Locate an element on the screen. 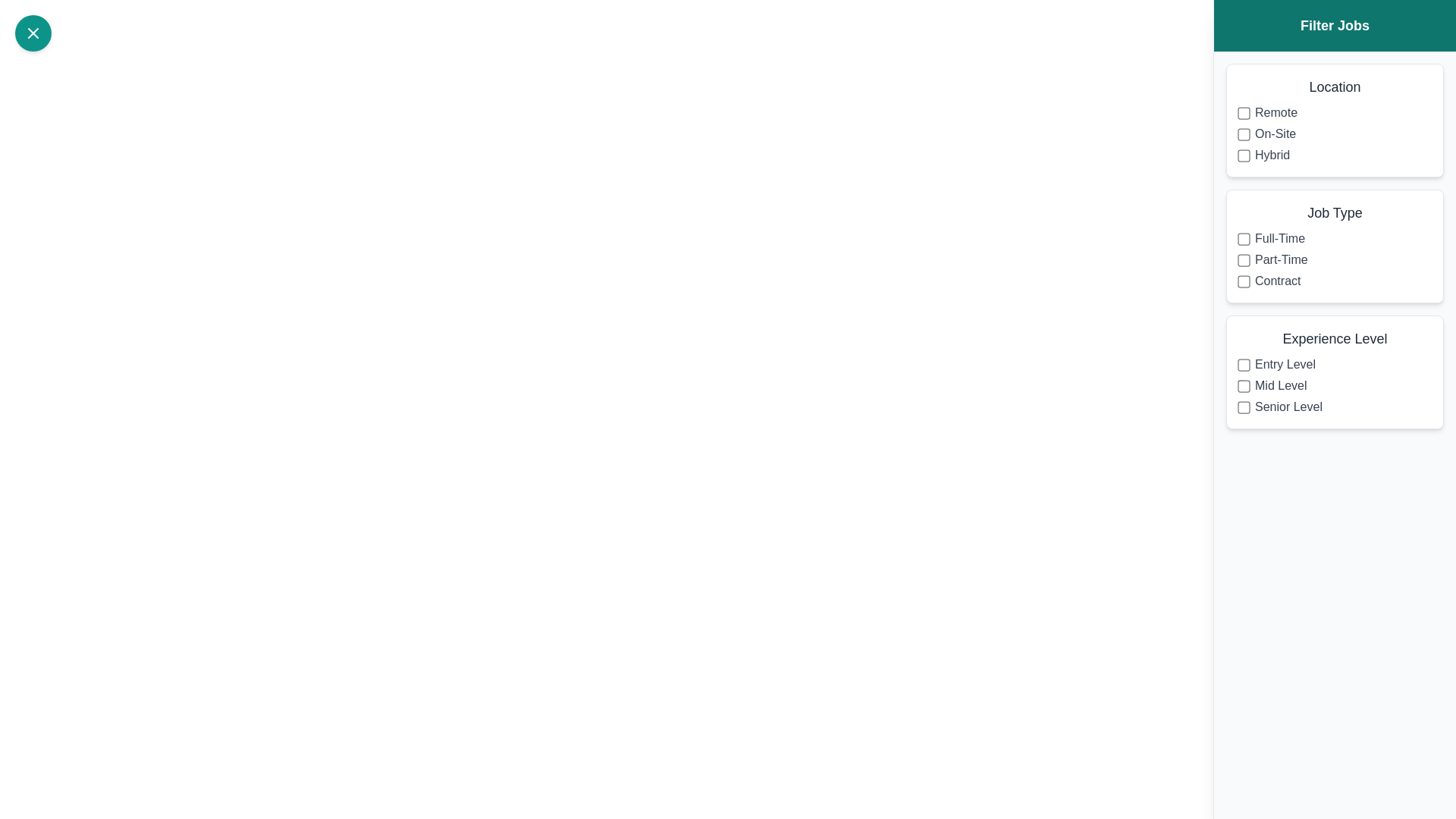  the filter option Part-Time is located at coordinates (1244, 259).